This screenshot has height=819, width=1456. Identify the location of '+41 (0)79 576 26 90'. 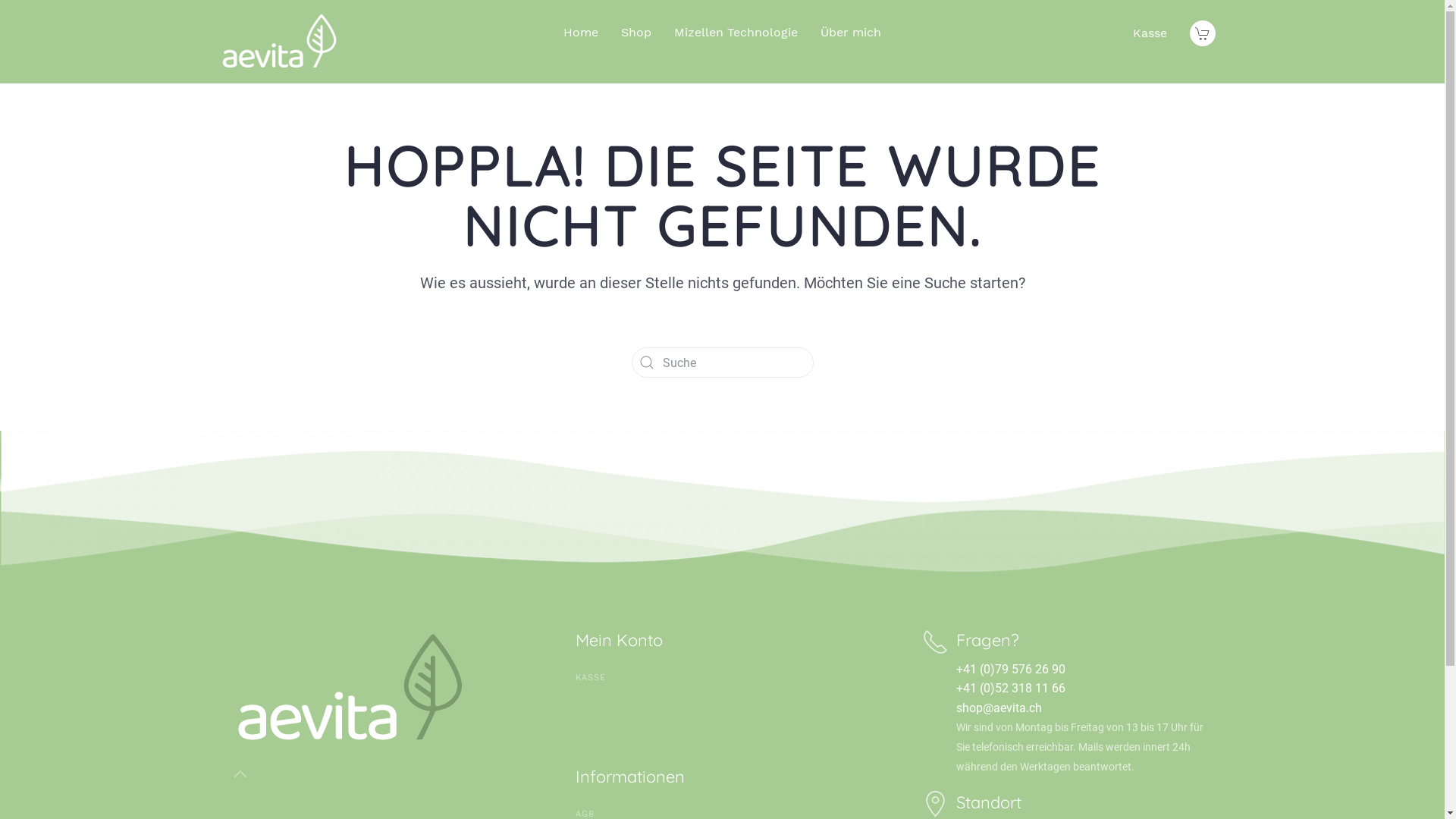
(1011, 668).